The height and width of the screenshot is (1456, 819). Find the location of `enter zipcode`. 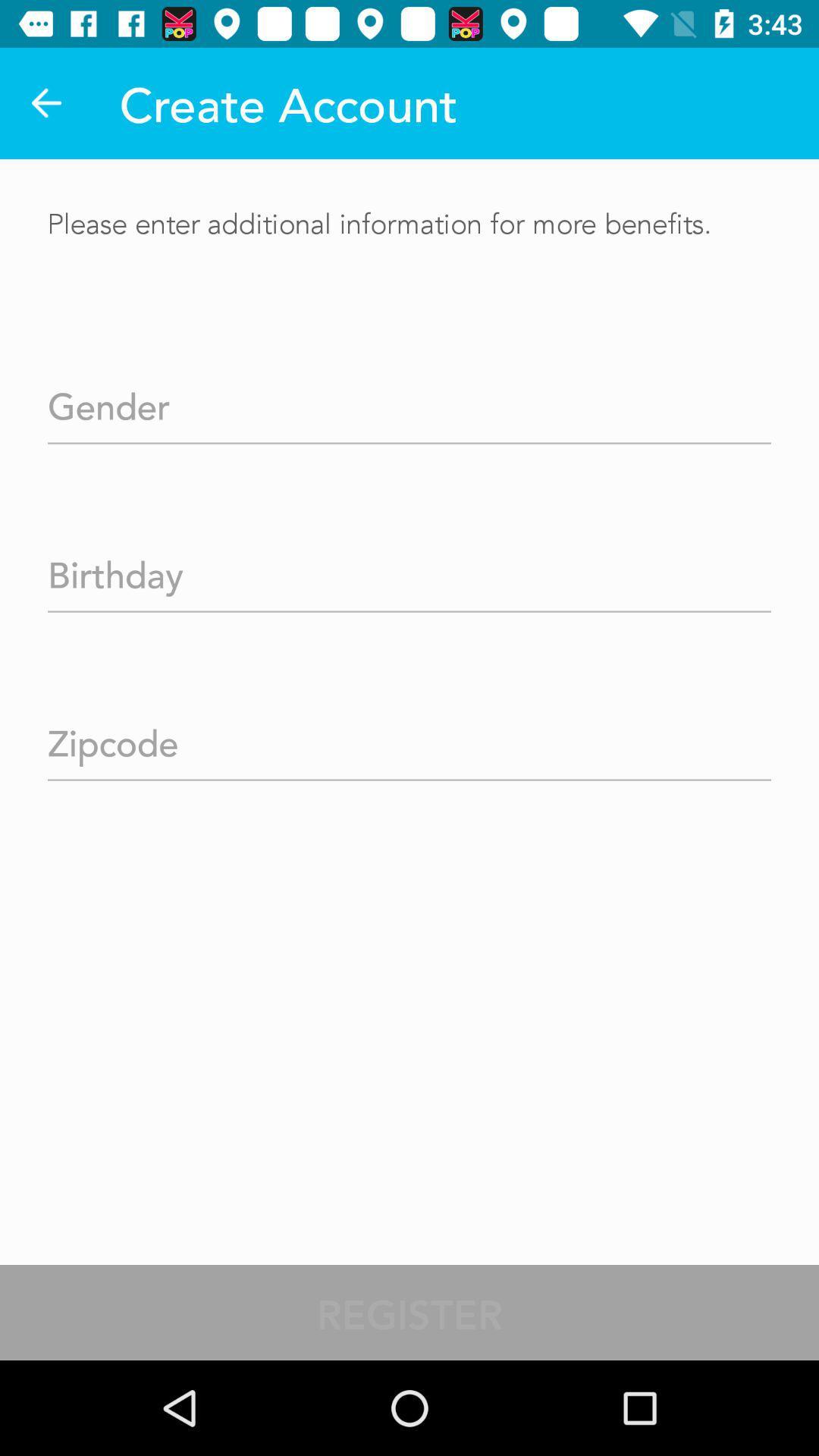

enter zipcode is located at coordinates (409, 738).